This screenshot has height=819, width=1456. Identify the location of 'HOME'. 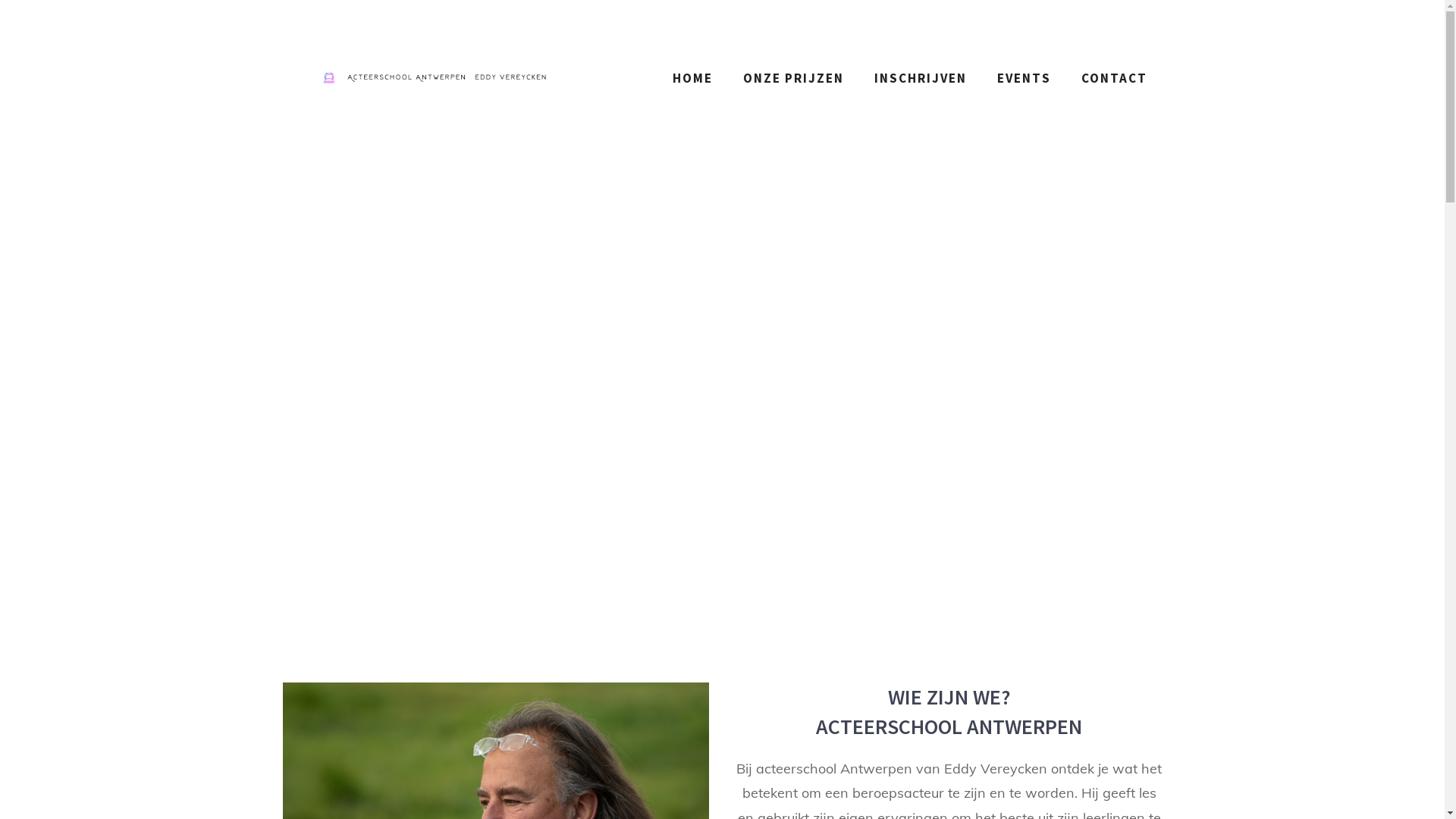
(656, 78).